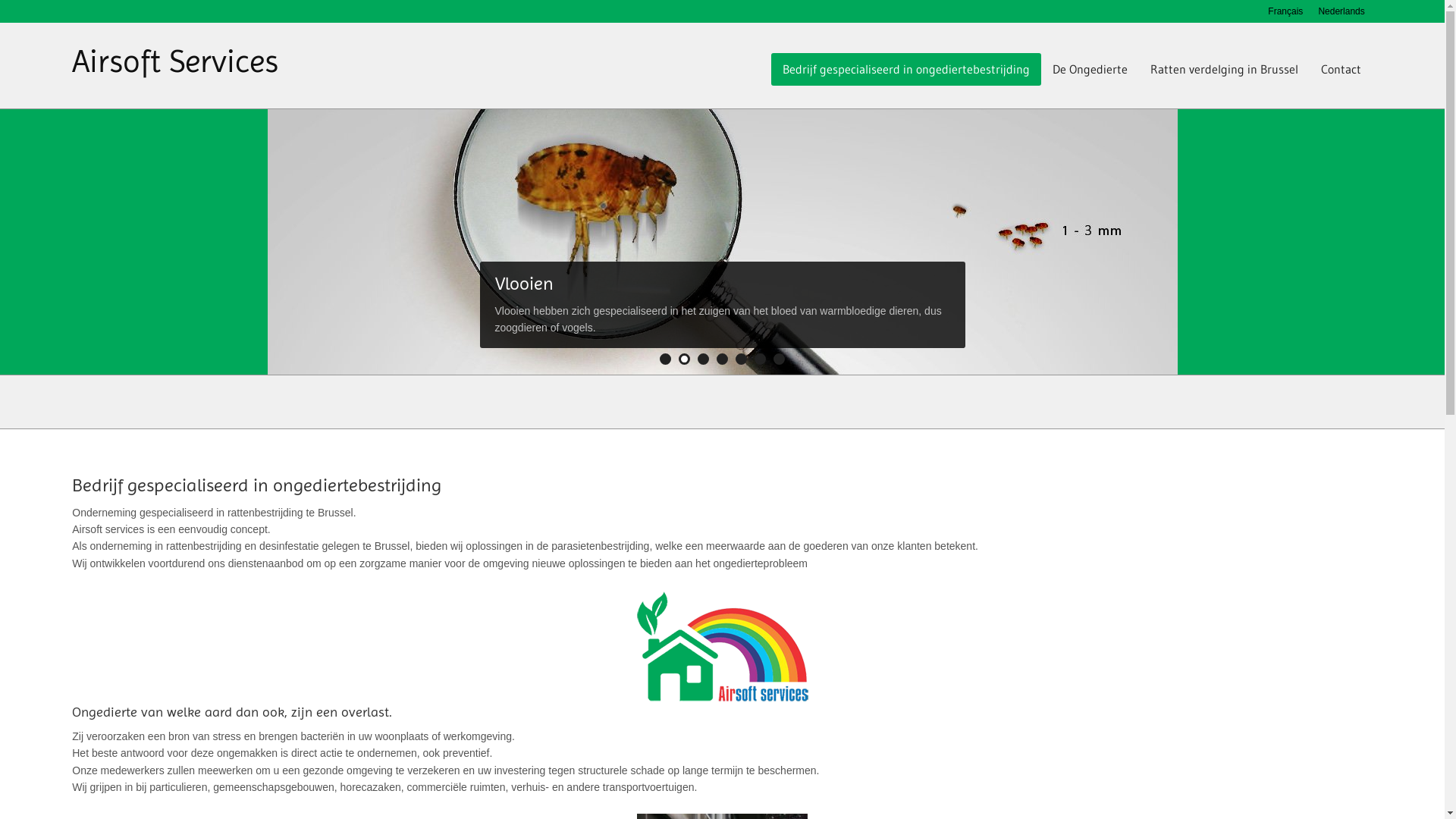 This screenshot has width=1456, height=819. What do you see at coordinates (174, 60) in the screenshot?
I see `'Airsoft Services'` at bounding box center [174, 60].